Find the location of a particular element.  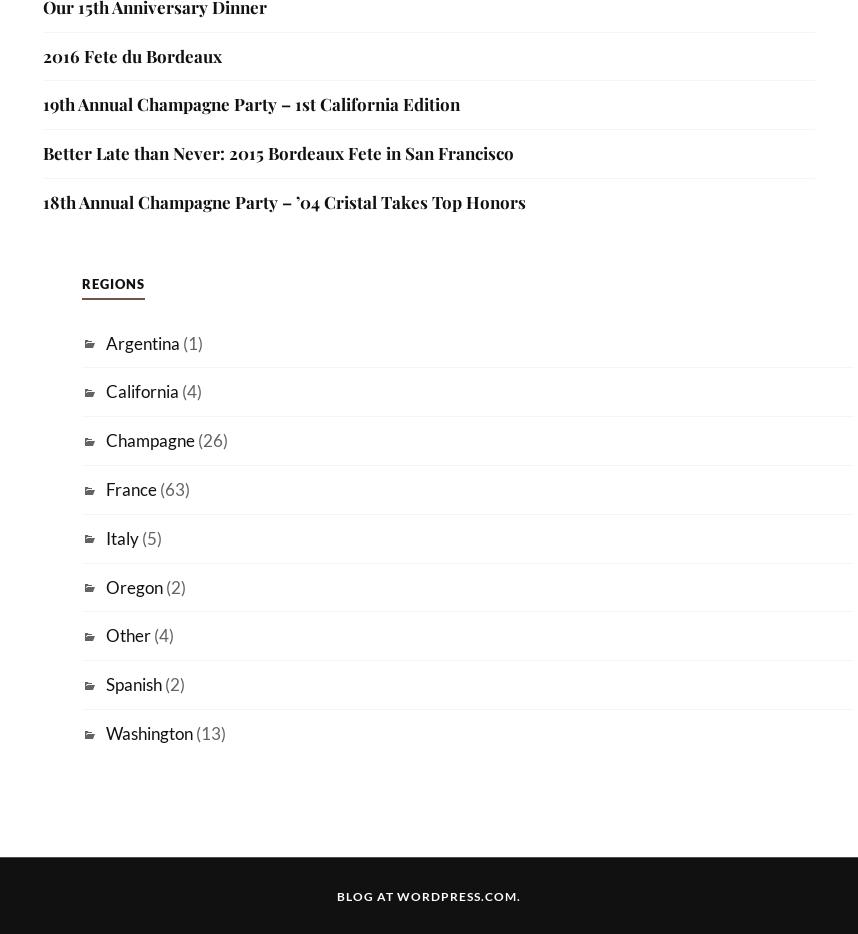

'Regions' is located at coordinates (112, 282).